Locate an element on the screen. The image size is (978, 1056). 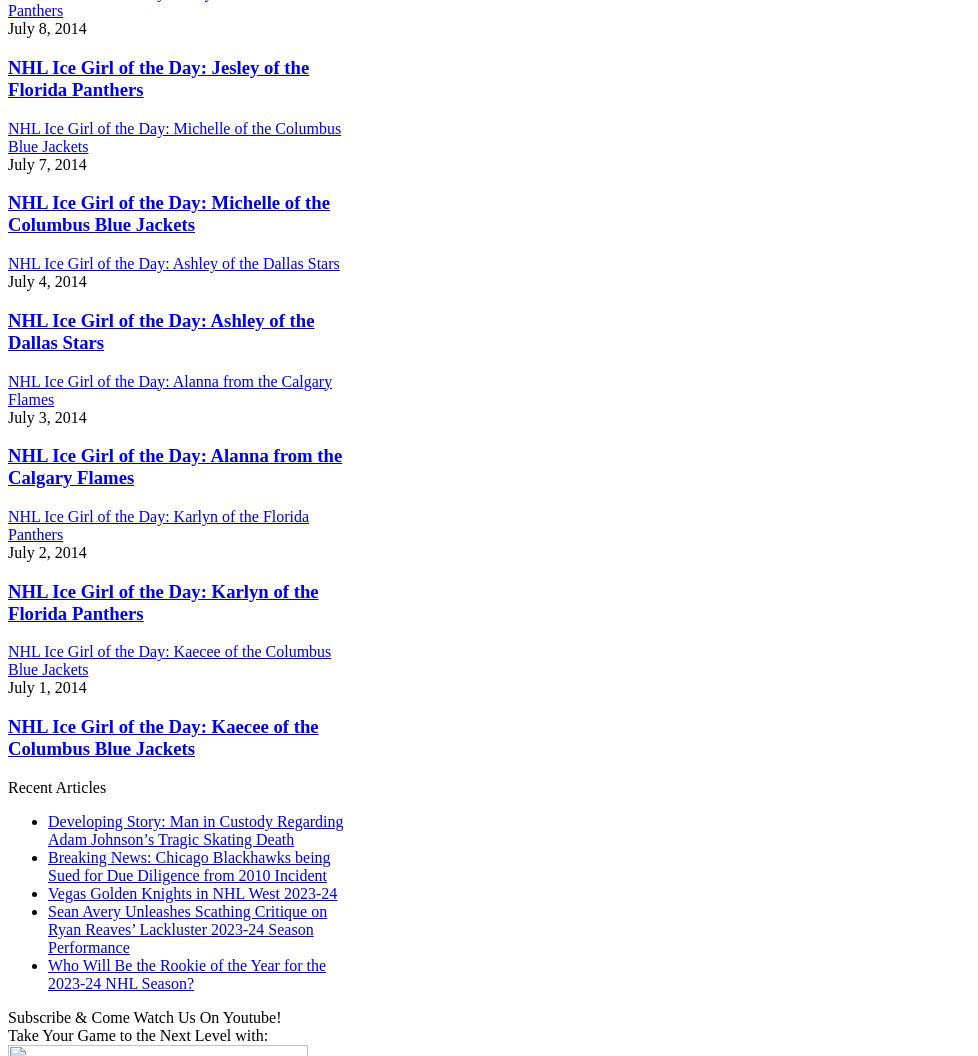
'Breaking News: Chicago Blackhawks being Sued for Due Diligence from 2010 Incident' is located at coordinates (48, 864).